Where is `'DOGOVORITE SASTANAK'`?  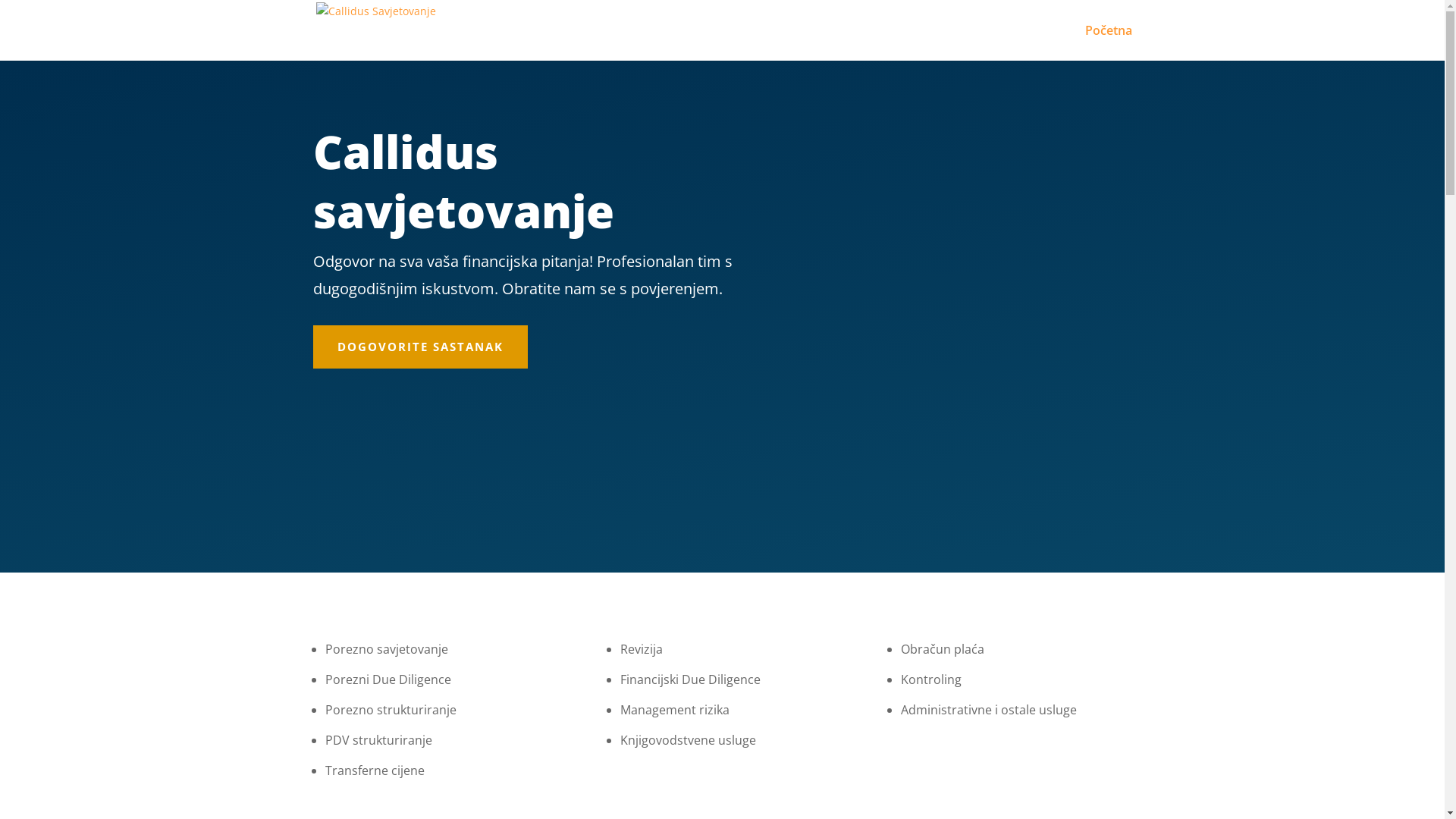 'DOGOVORITE SASTANAK' is located at coordinates (419, 347).